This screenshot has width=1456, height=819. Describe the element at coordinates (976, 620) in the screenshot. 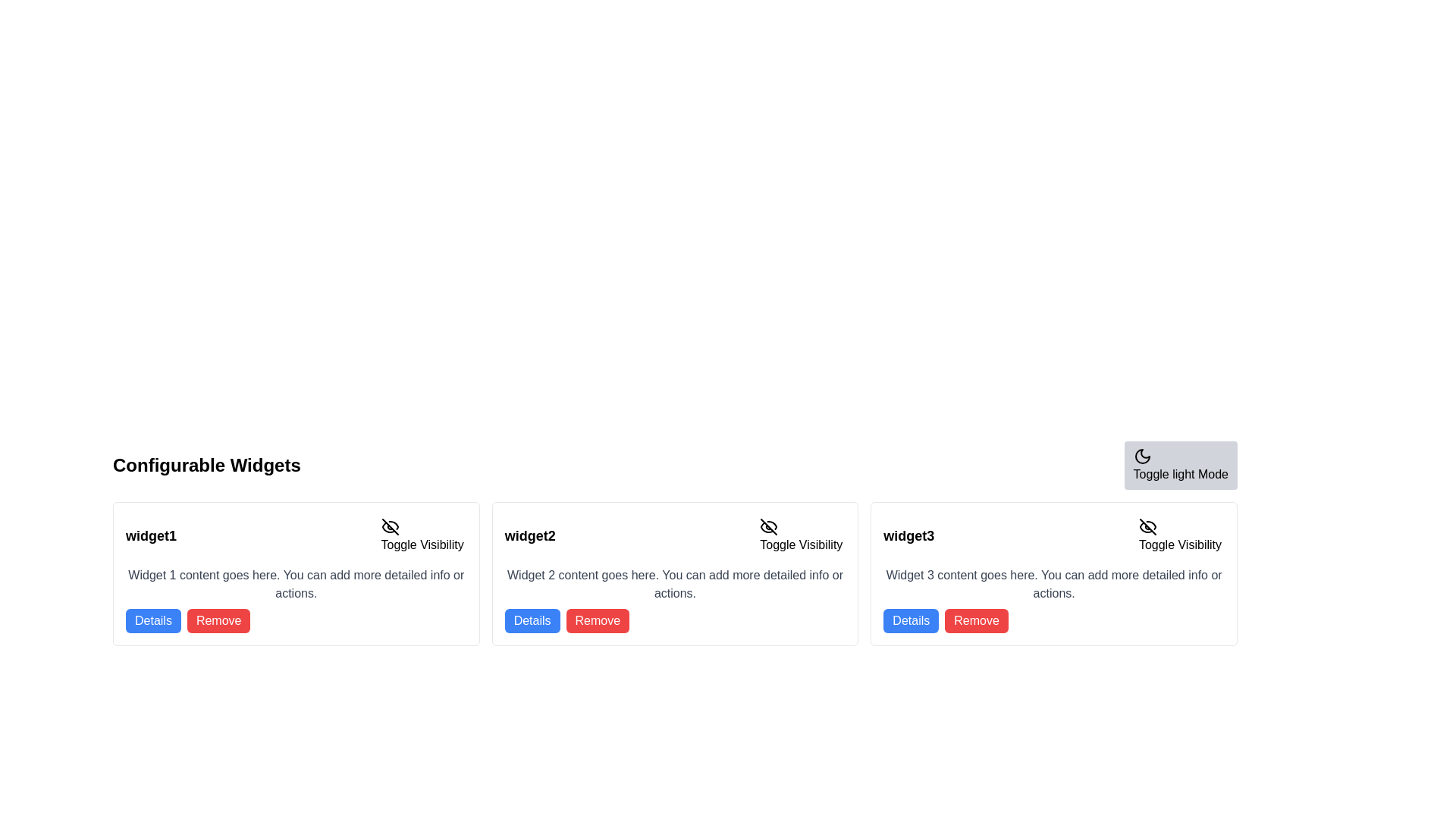

I see `the 'Remove' button with rounded corners and a red background` at that location.